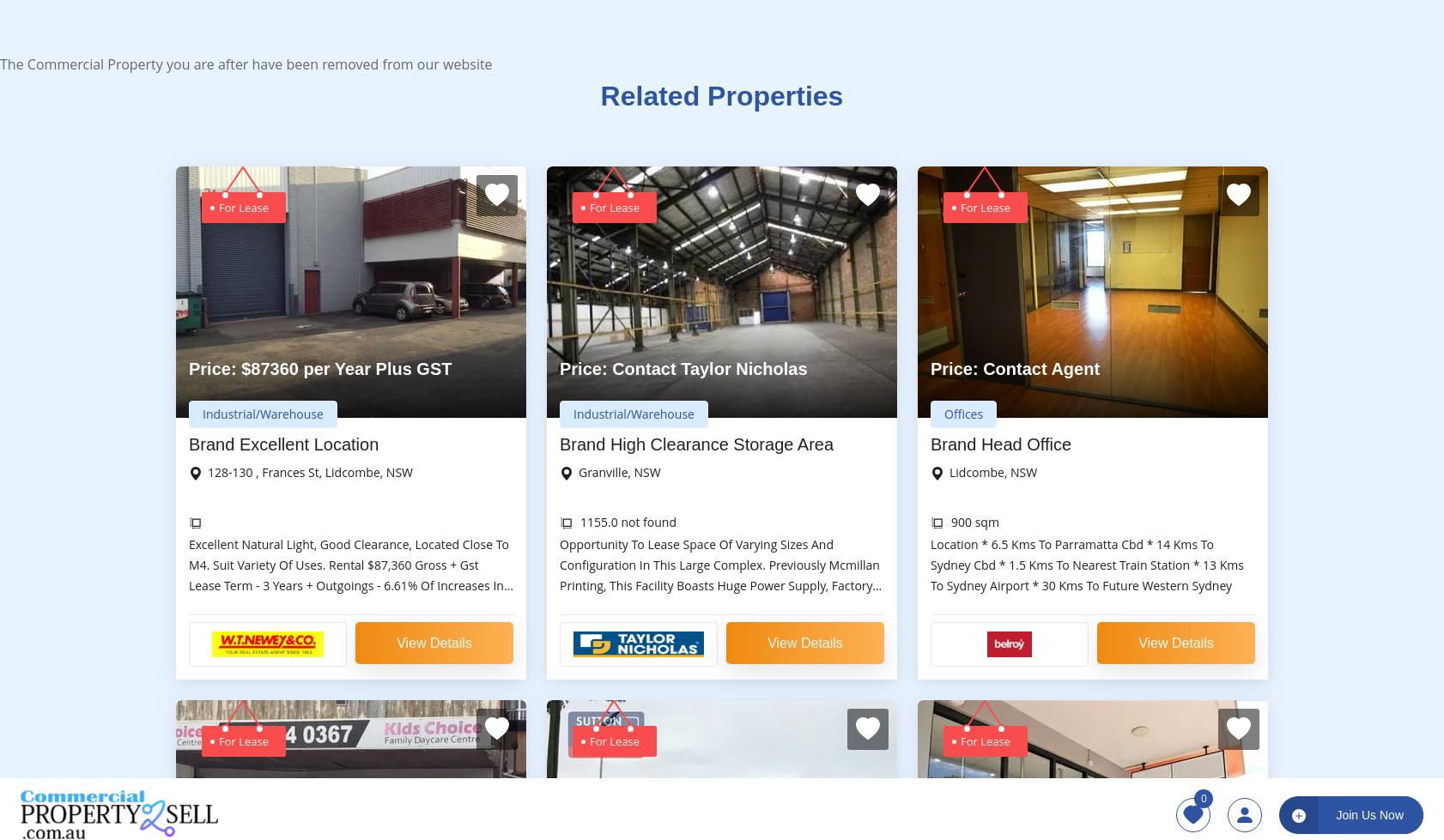  What do you see at coordinates (664, 227) in the screenshot?
I see `'1 , Deniehy Street, CLYDE, NSW'` at bounding box center [664, 227].